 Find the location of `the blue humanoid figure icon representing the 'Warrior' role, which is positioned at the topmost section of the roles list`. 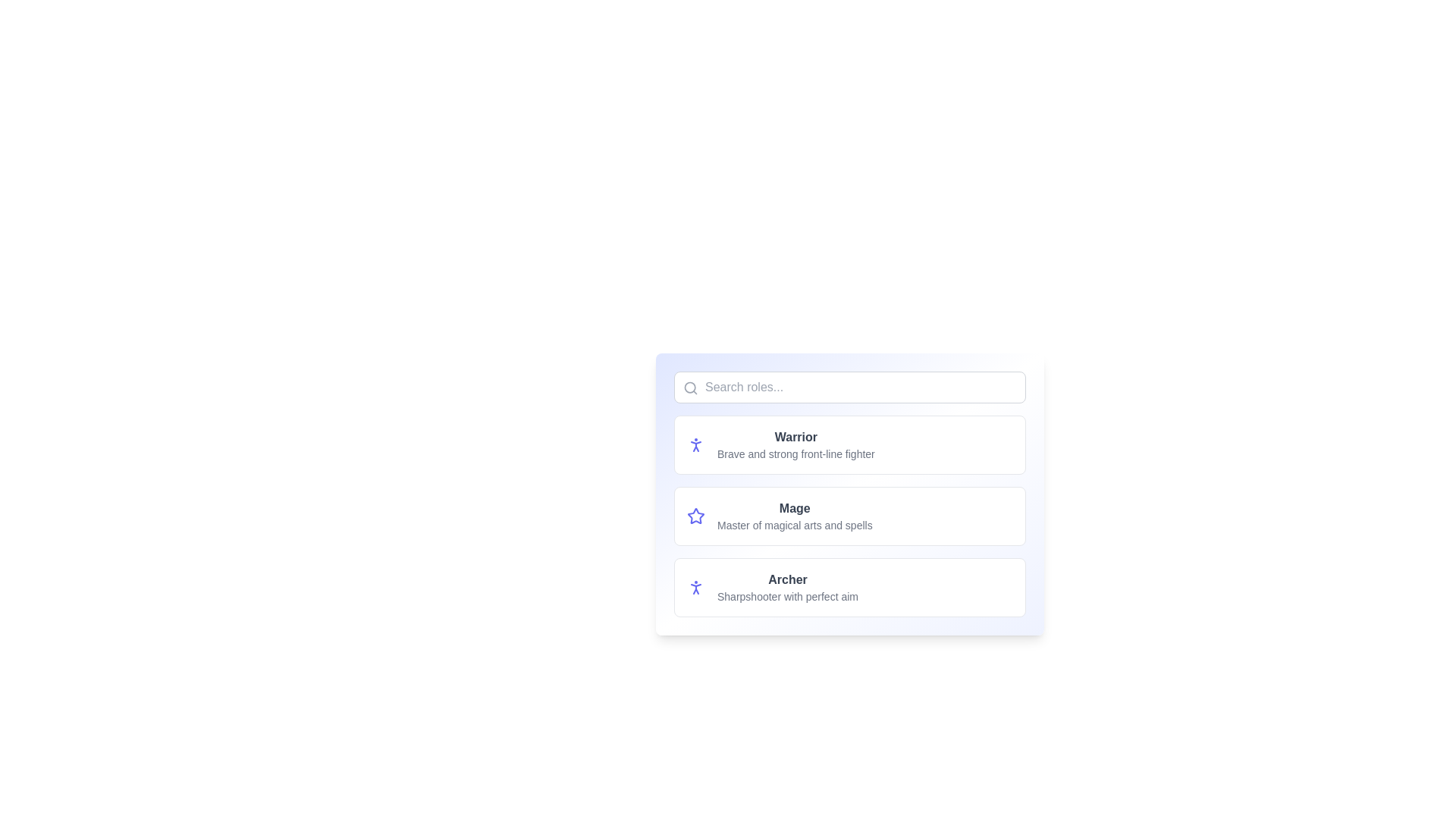

the blue humanoid figure icon representing the 'Warrior' role, which is positioned at the topmost section of the roles list is located at coordinates (695, 444).